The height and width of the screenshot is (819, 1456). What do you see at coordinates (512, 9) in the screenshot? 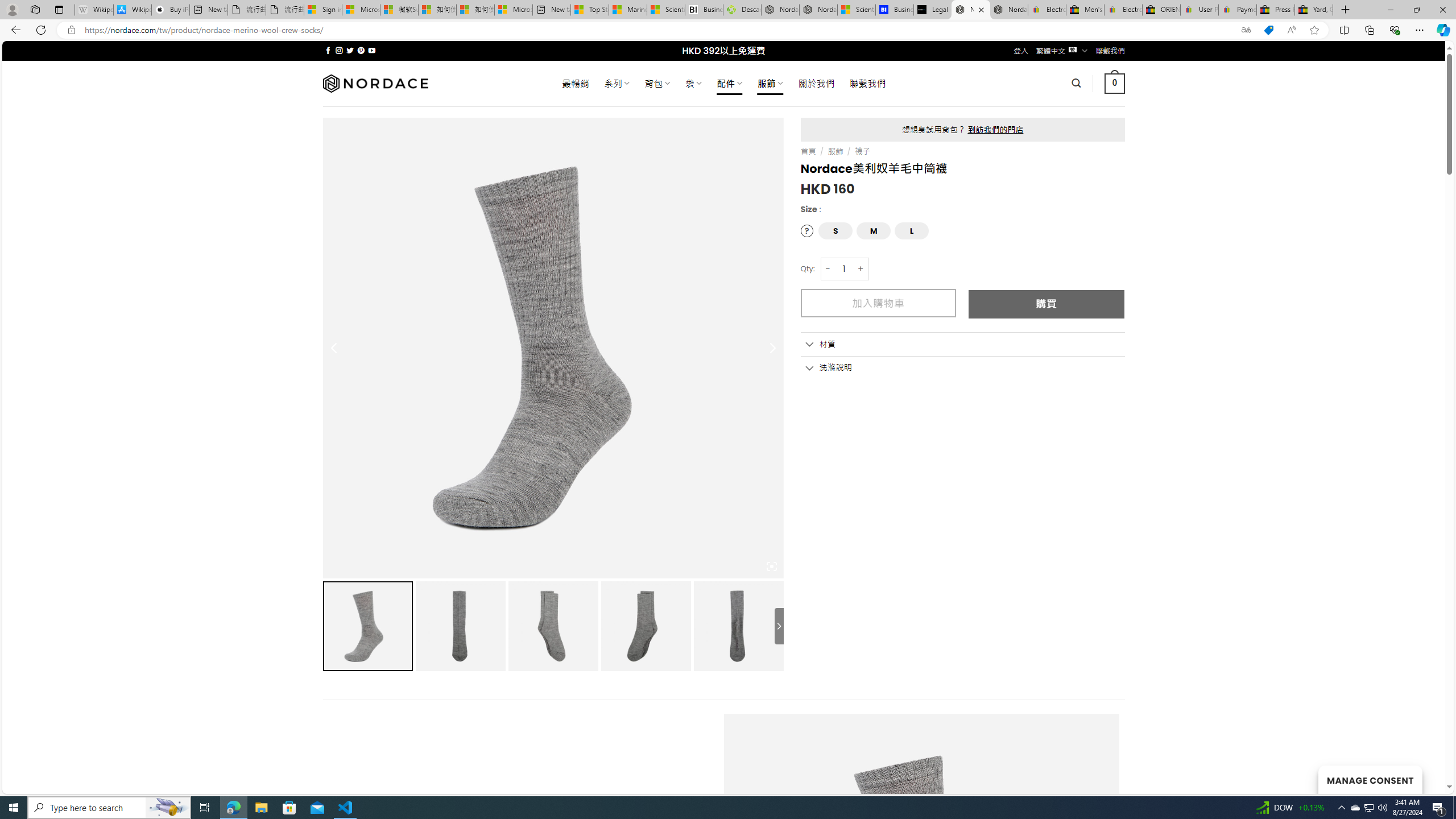
I see `'Microsoft account | Account Checkup'` at bounding box center [512, 9].